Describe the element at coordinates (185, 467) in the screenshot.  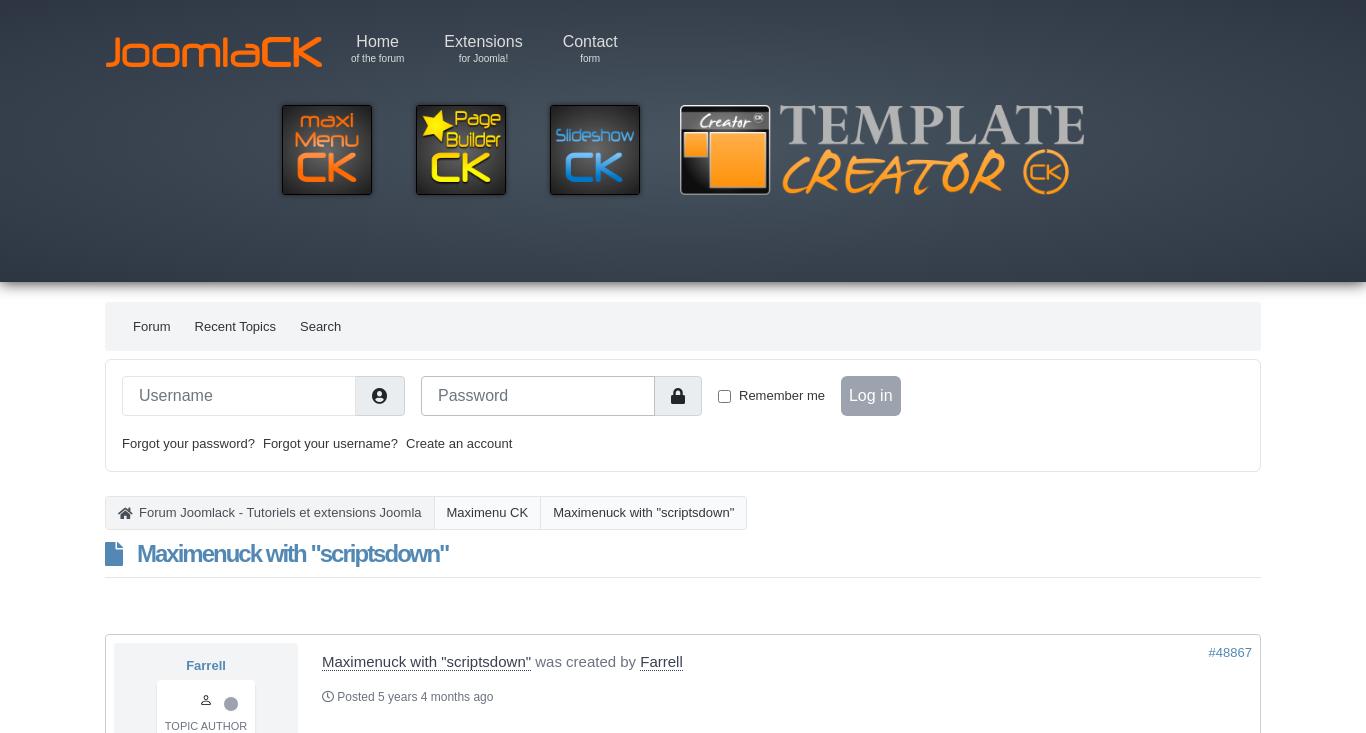
I see `'Prev'` at that location.